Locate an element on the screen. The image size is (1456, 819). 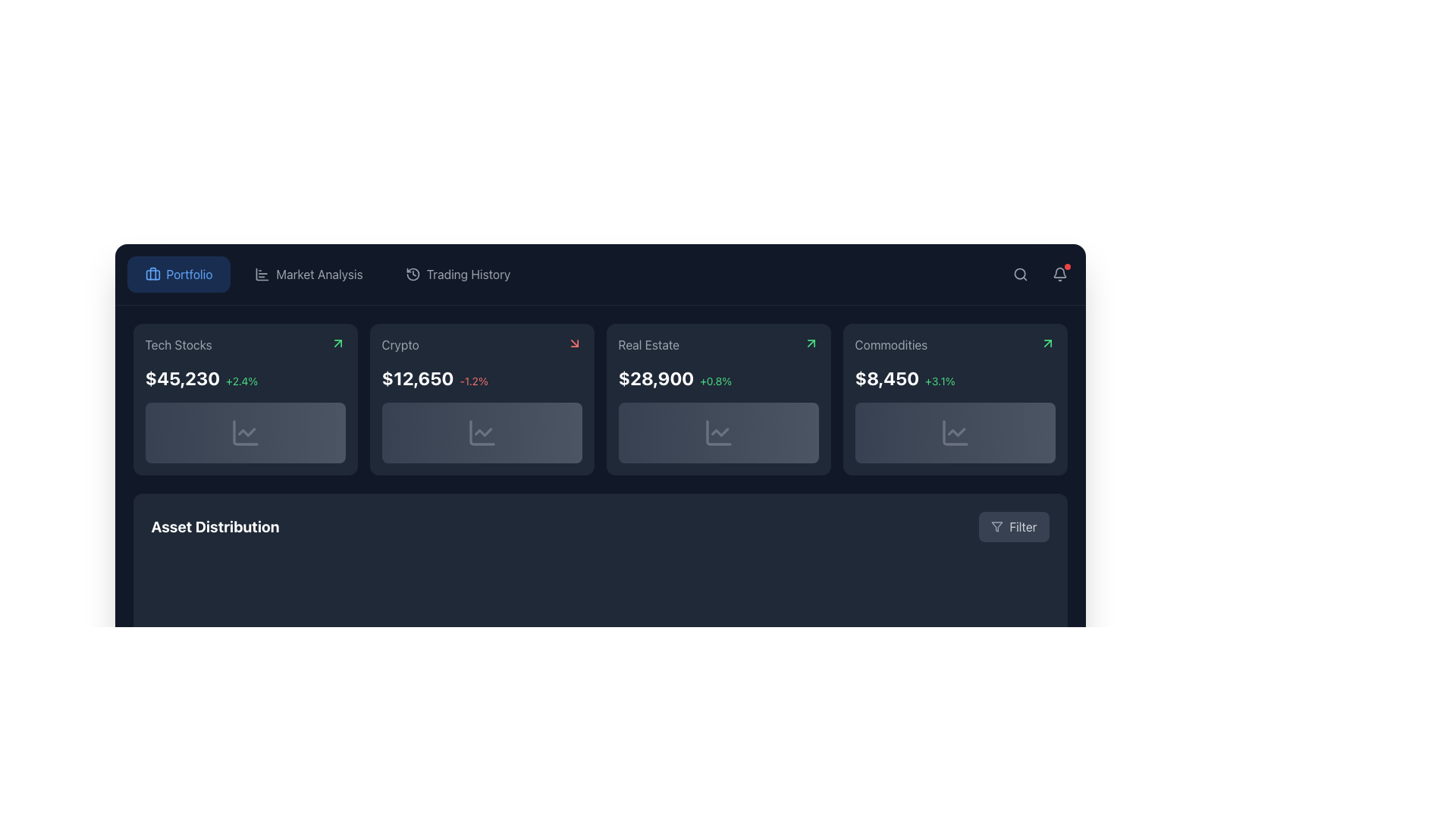
the visual representation of the 'filter' icon located in the bottom-right corner of the interface, centralized within the 'Filter' button is located at coordinates (997, 526).